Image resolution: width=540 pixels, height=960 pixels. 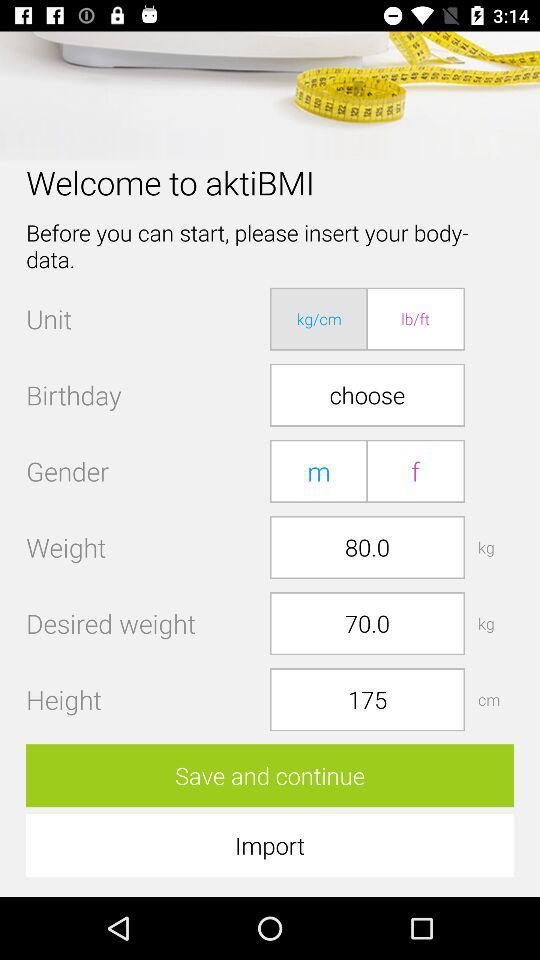 I want to click on item next to the birthday app, so click(x=366, y=394).